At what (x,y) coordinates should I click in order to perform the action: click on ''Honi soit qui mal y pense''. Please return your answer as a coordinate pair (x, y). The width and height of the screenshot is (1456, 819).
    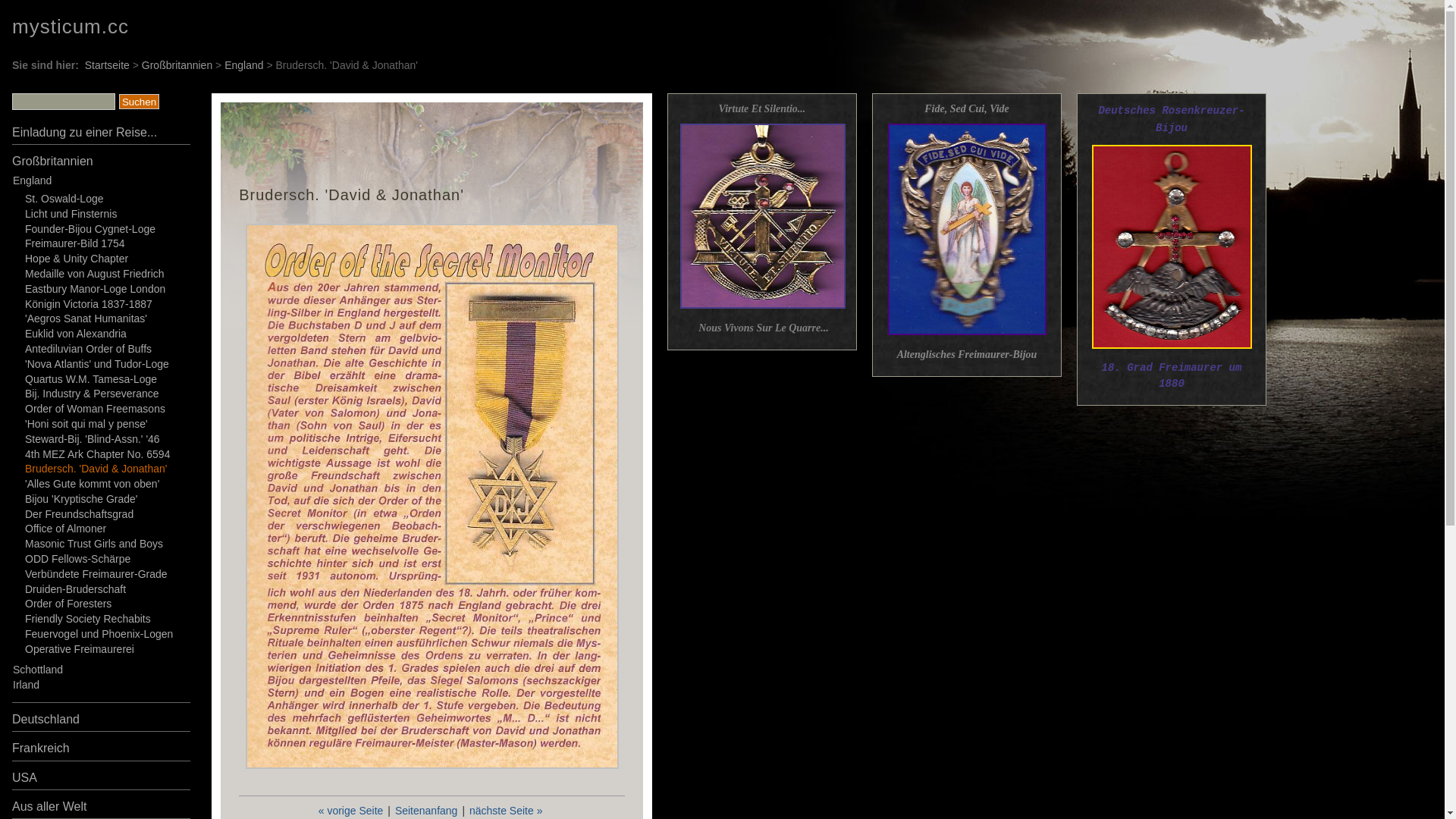
    Looking at the image, I should click on (86, 424).